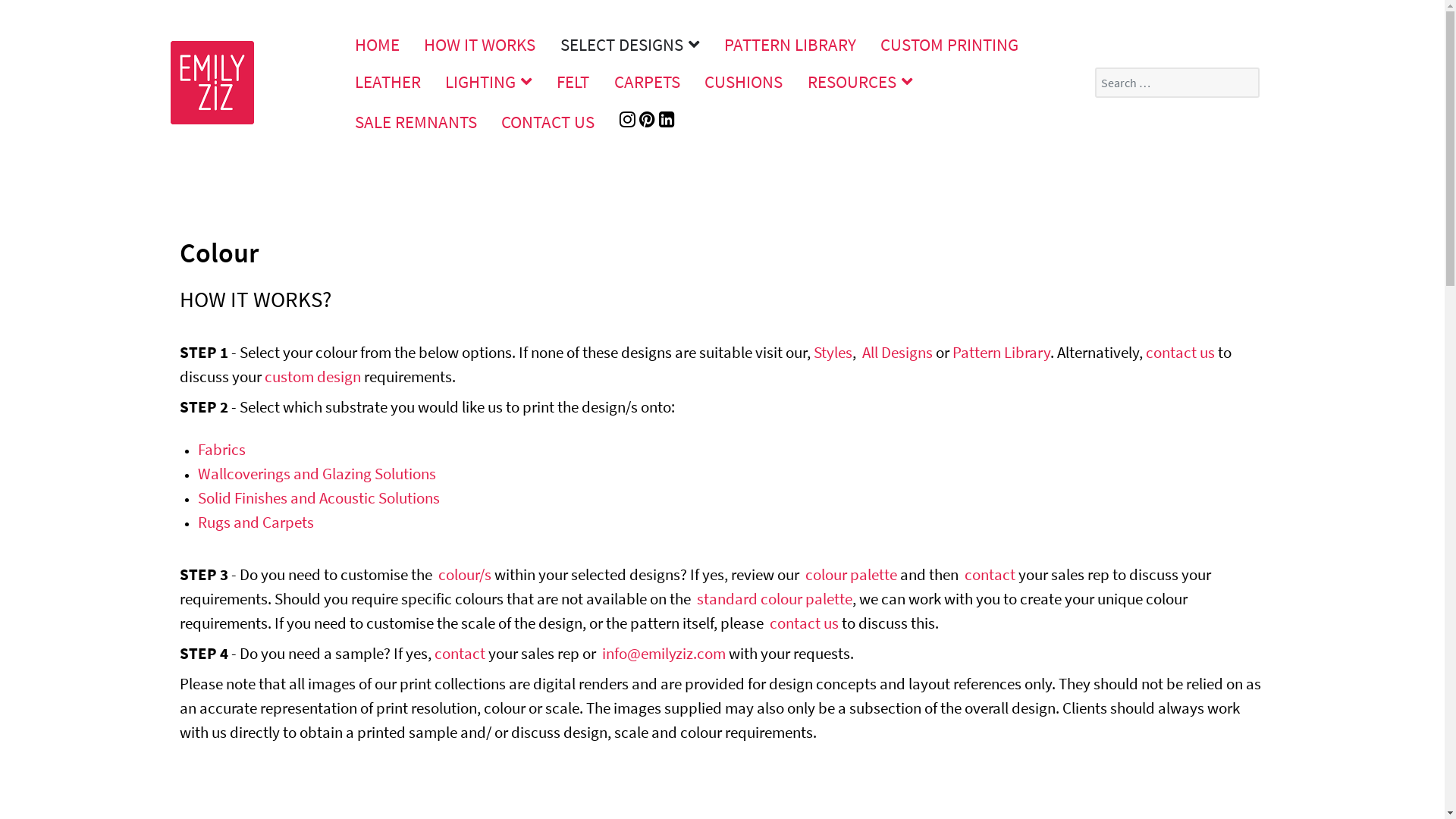 The width and height of the screenshot is (1456, 819). What do you see at coordinates (692, 81) in the screenshot?
I see `'CUSHIONS'` at bounding box center [692, 81].